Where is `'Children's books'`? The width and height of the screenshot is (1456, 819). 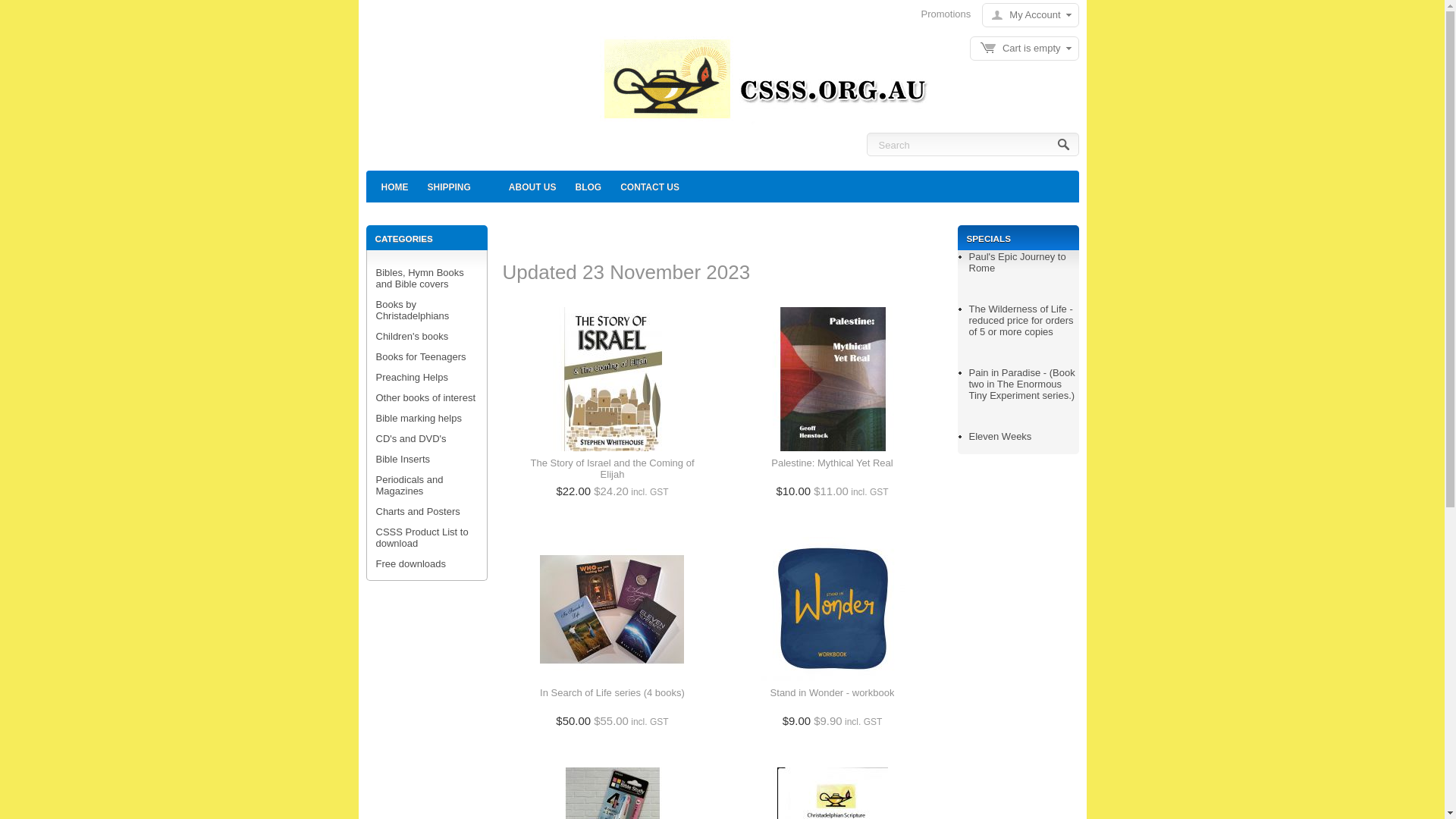
'Children's books' is located at coordinates (375, 335).